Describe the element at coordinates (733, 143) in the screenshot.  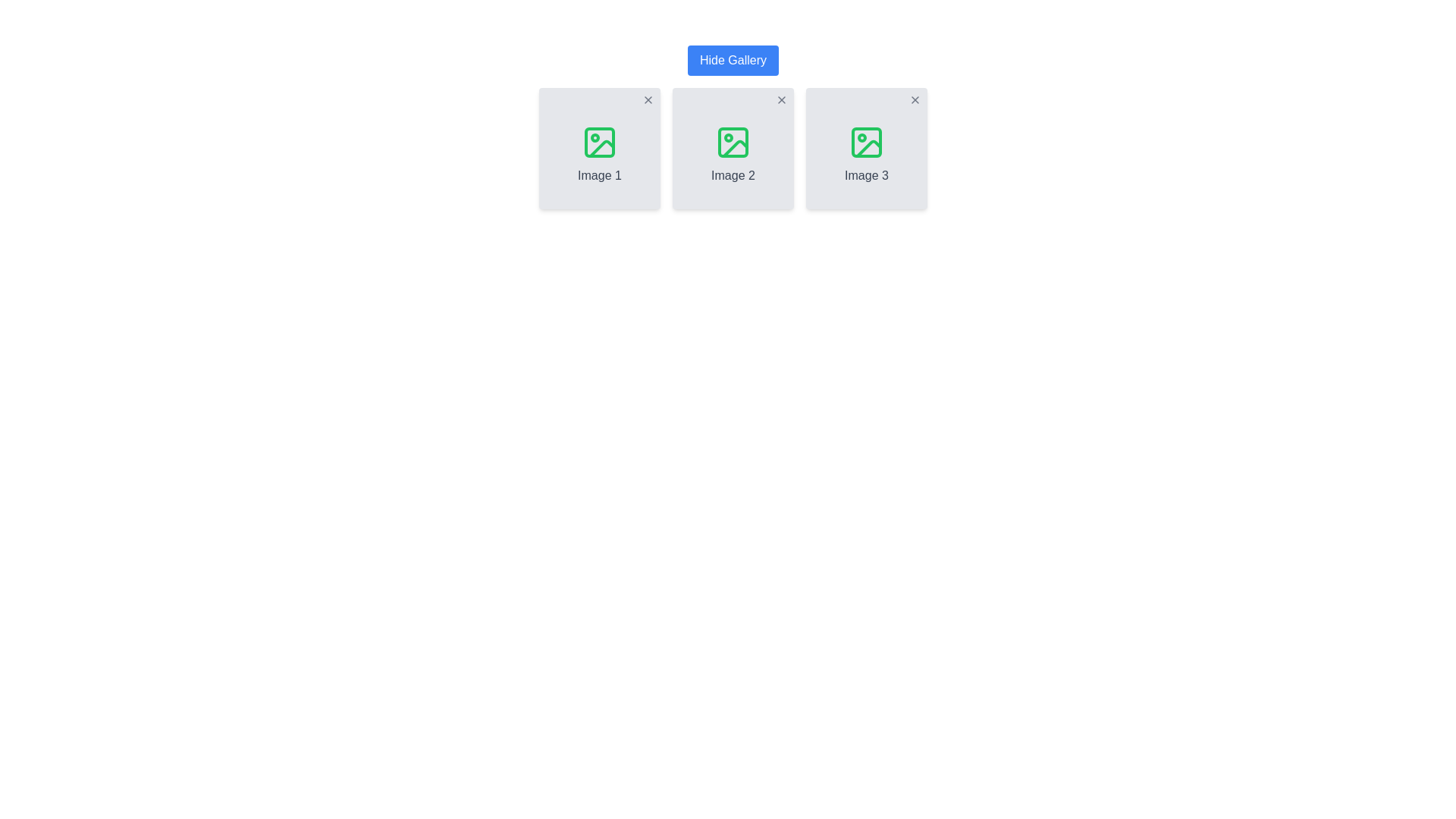
I see `the icon representing 'Image 2', which is centrally located within the second of three horizontally aligned containers below the blue button labeled 'Hide Gallery'` at that location.